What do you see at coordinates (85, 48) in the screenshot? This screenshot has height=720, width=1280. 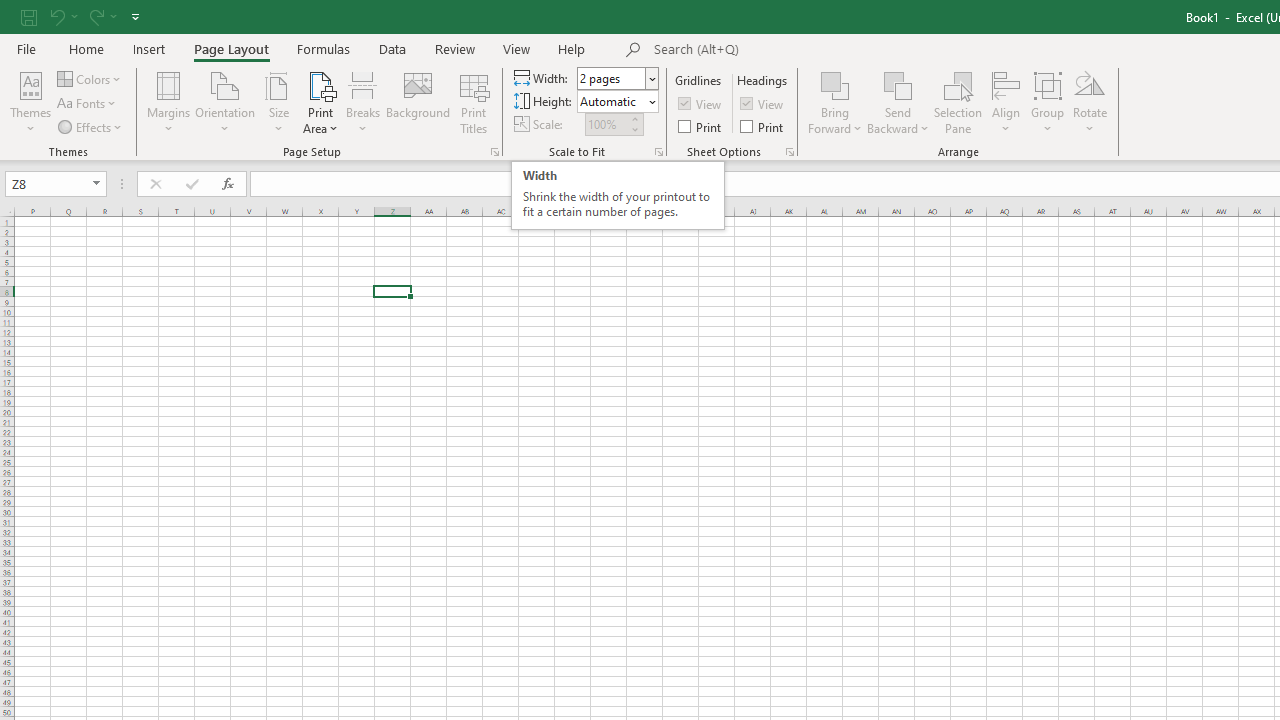 I see `'Home'` at bounding box center [85, 48].